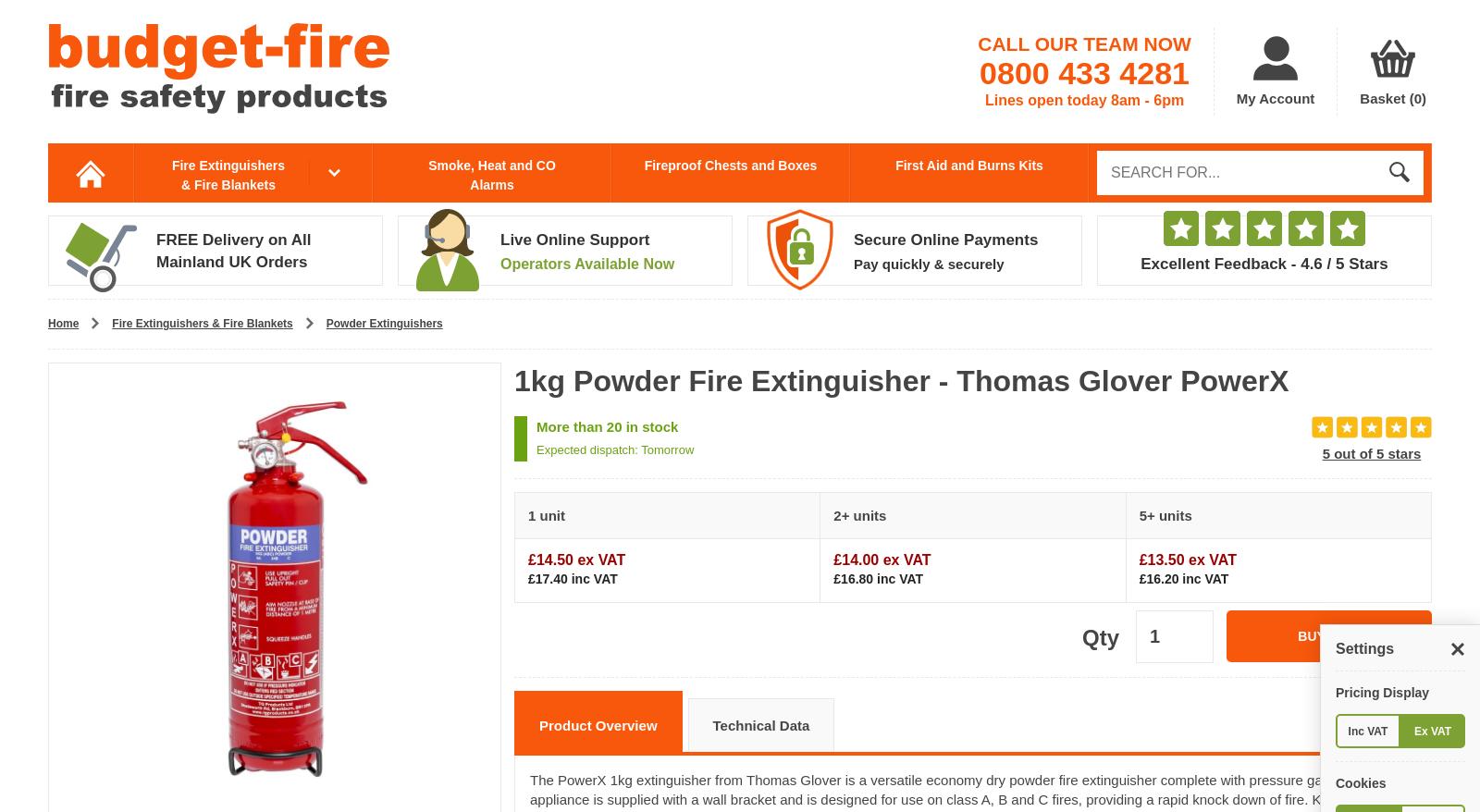 This screenshot has height=812, width=1480. I want to click on 'Water, water with additive & water mist extinguishers', so click(610, 298).